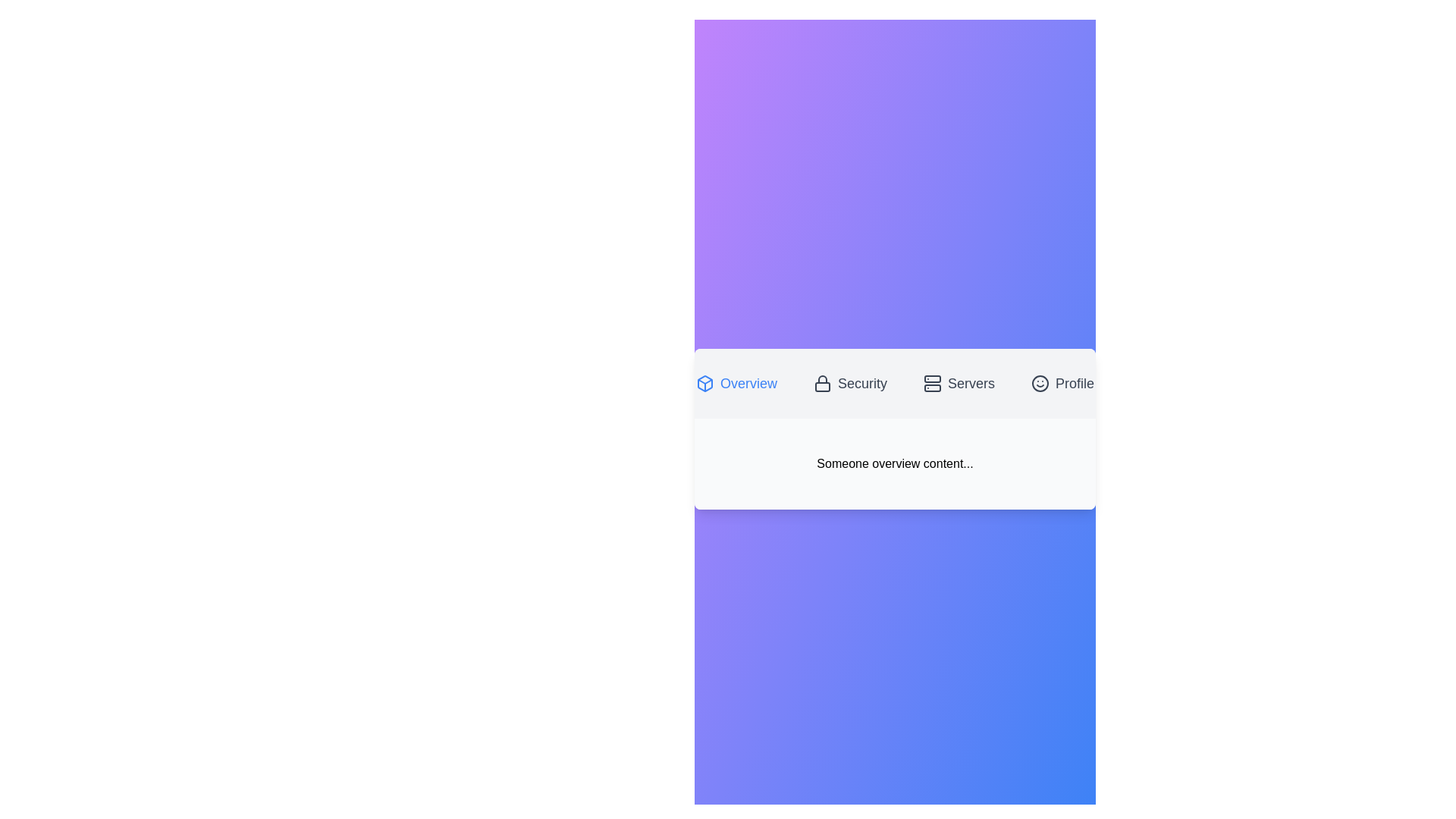  Describe the element at coordinates (862, 382) in the screenshot. I see `the 'Security' text label in the navigation bar` at that location.